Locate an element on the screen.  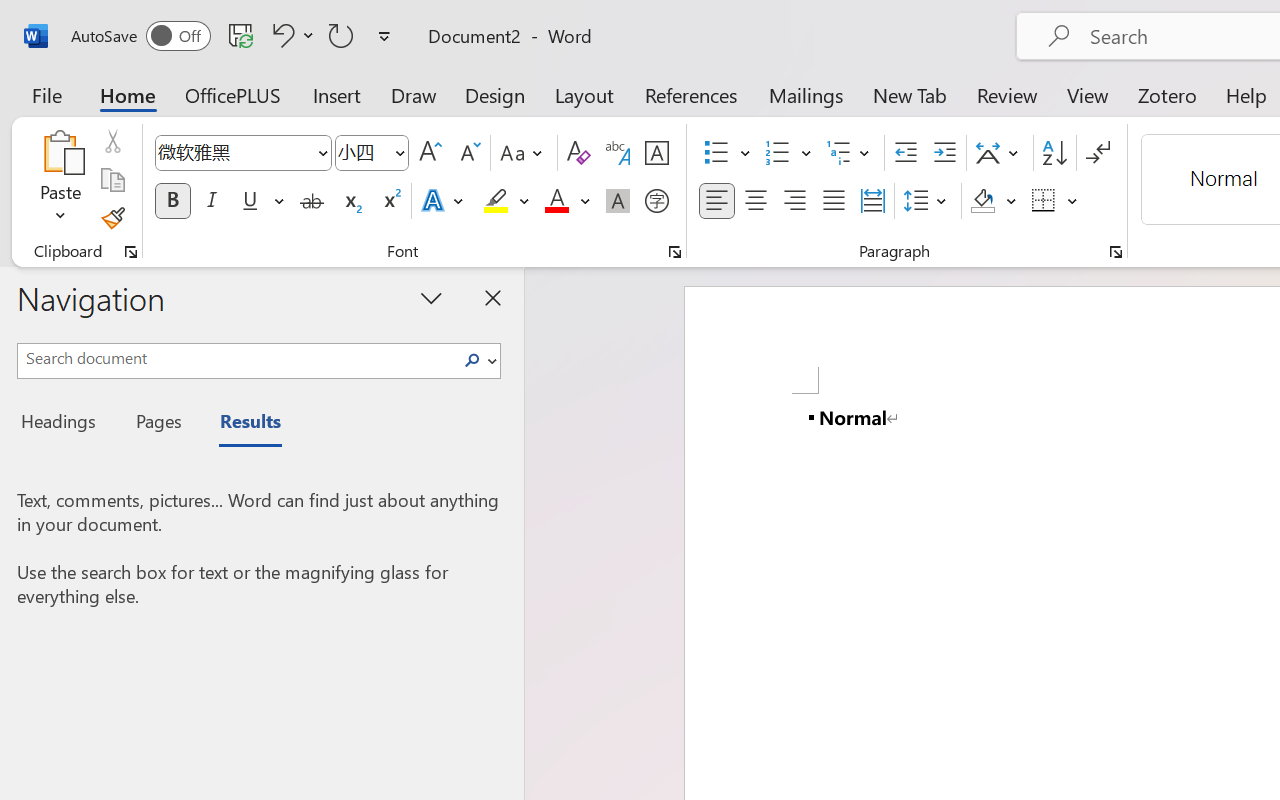
'Search' is located at coordinates (471, 360).